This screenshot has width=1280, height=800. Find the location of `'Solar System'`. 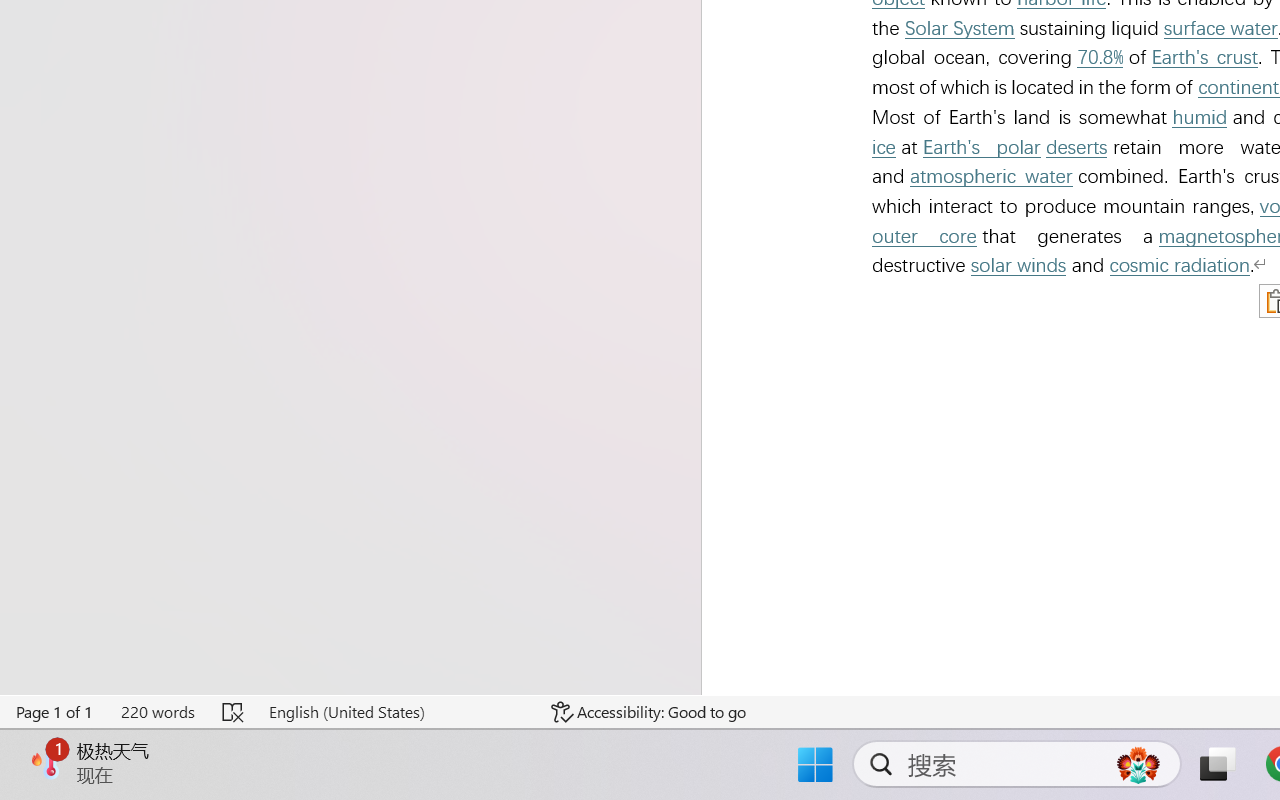

'Solar System' is located at coordinates (960, 28).